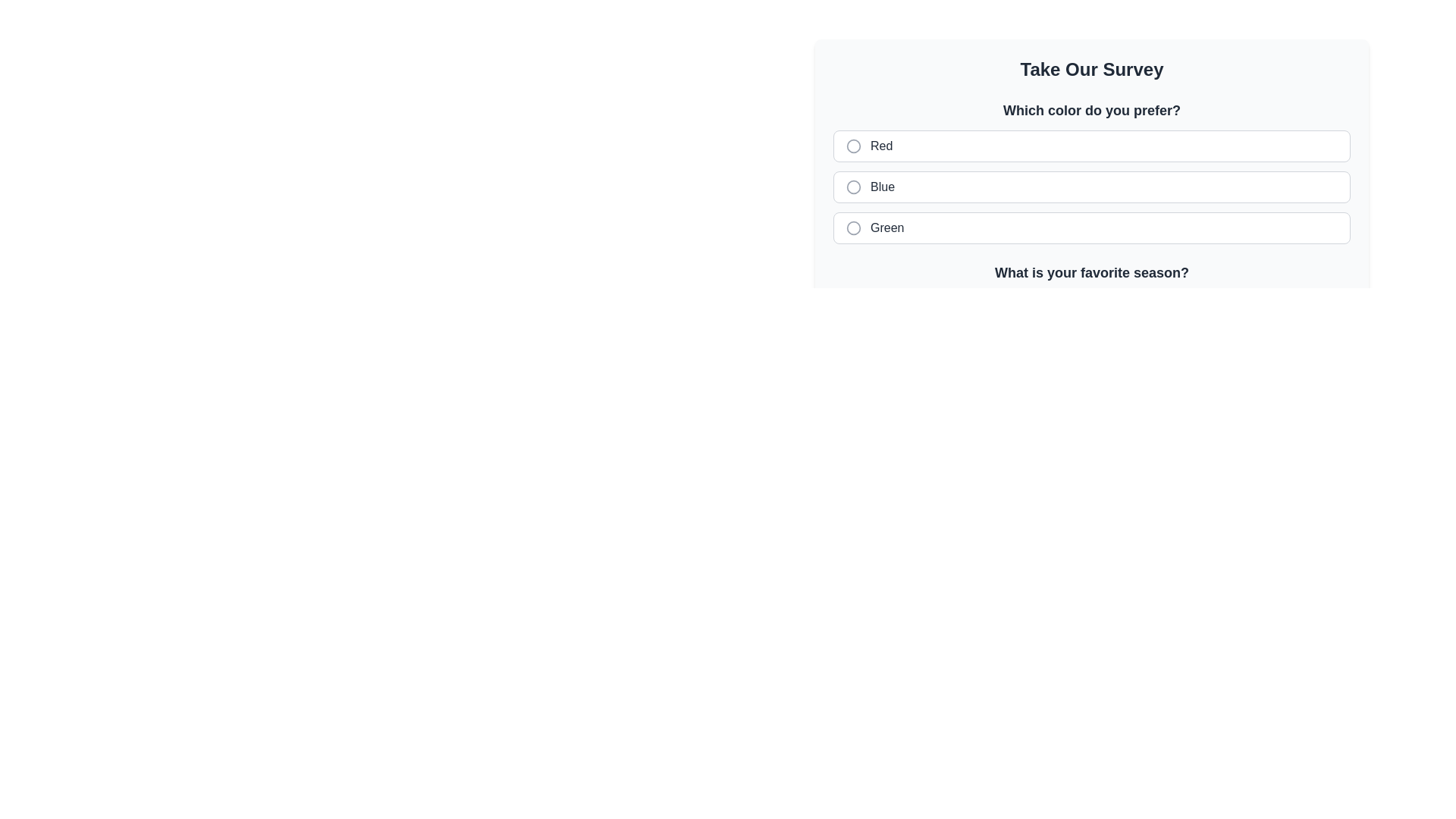 This screenshot has width=1456, height=819. Describe the element at coordinates (881, 146) in the screenshot. I see `the radio button associated with the 'Red' option in the survey question 'Which color do you prefer?'` at that location.